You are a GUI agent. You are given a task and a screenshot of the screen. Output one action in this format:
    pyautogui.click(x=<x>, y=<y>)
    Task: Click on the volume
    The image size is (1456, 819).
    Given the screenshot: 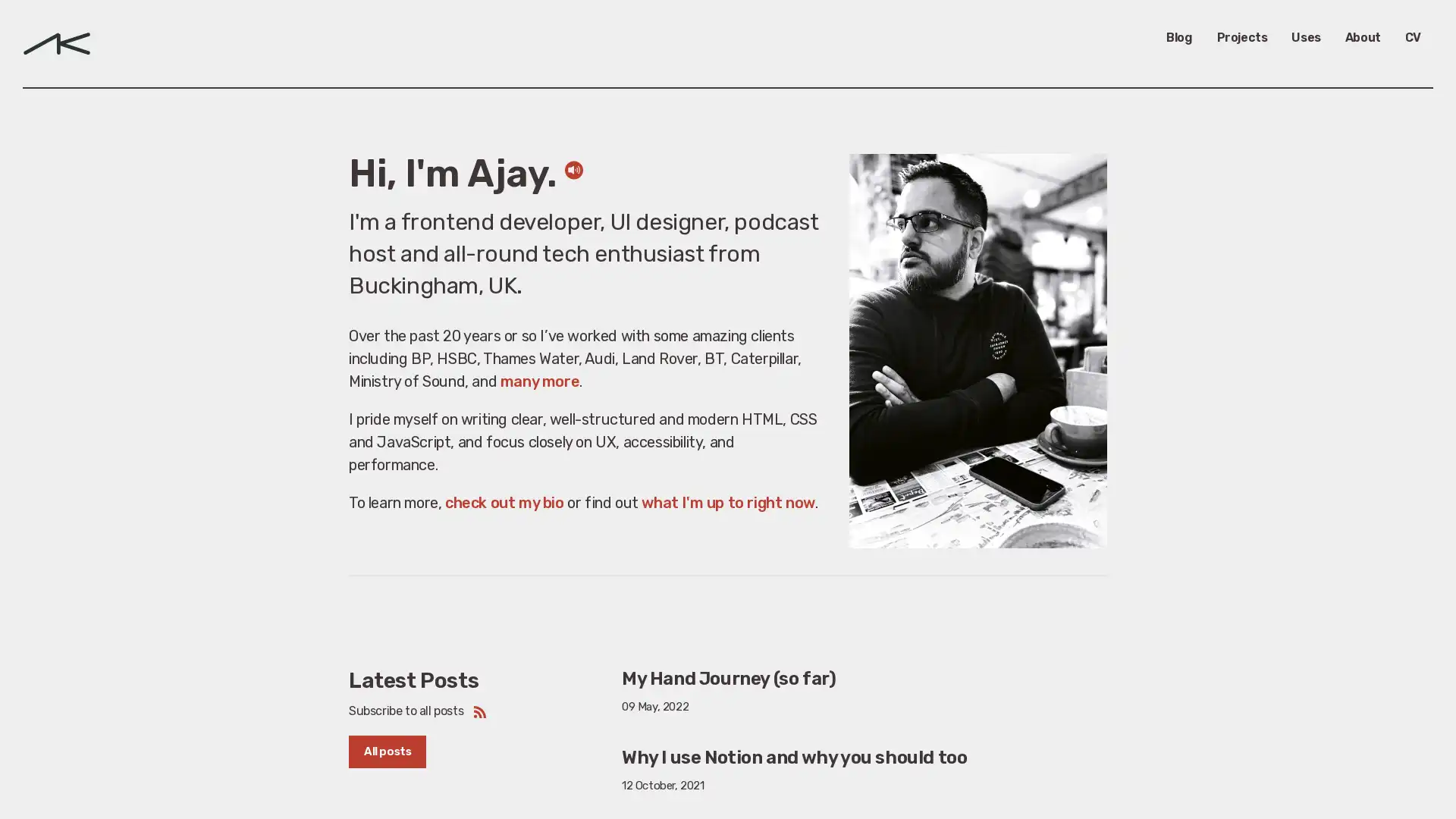 What is the action you would take?
    pyautogui.click(x=573, y=192)
    